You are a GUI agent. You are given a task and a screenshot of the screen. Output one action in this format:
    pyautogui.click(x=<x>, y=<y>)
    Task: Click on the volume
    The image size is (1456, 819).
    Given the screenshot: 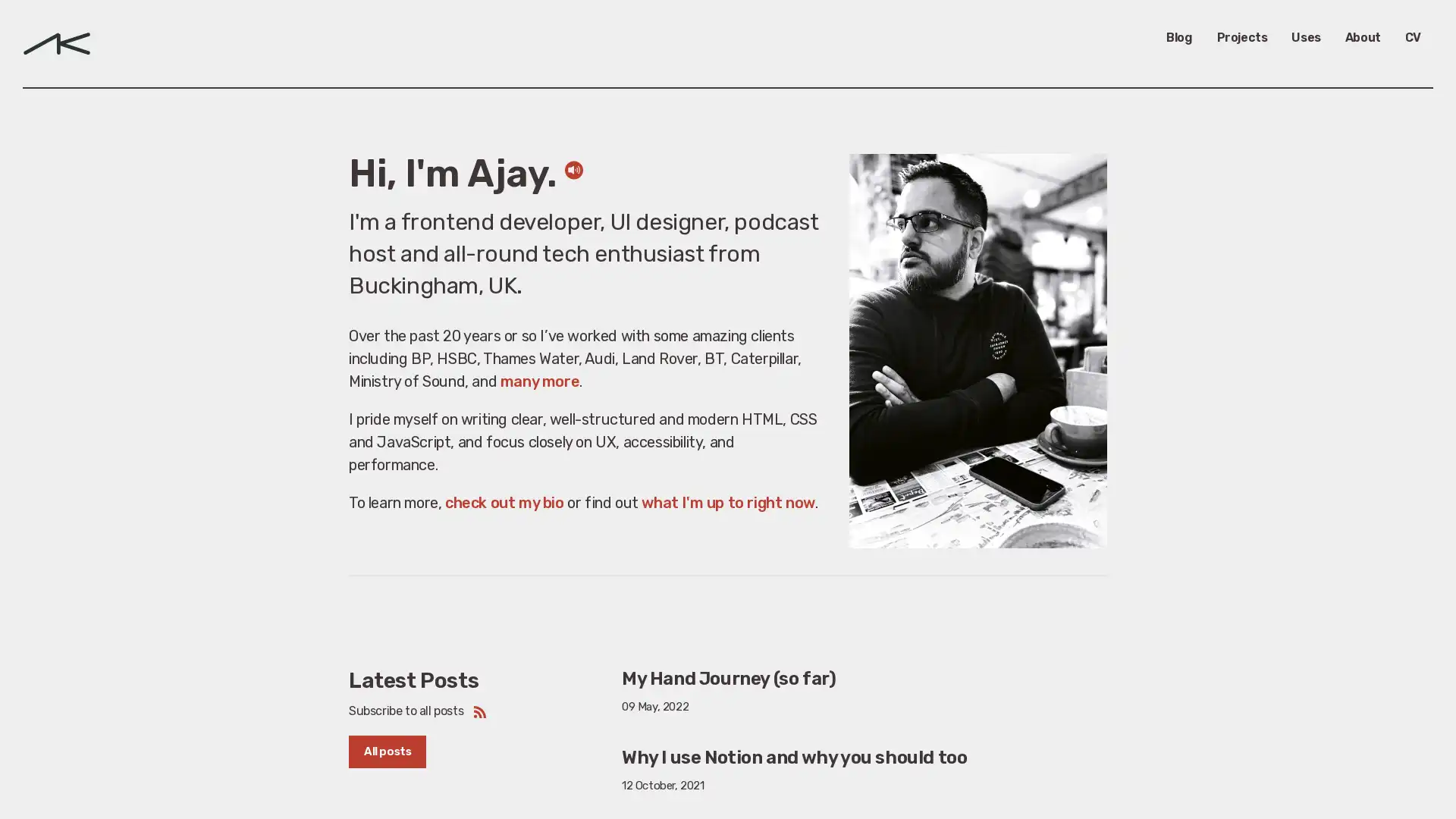 What is the action you would take?
    pyautogui.click(x=573, y=192)
    